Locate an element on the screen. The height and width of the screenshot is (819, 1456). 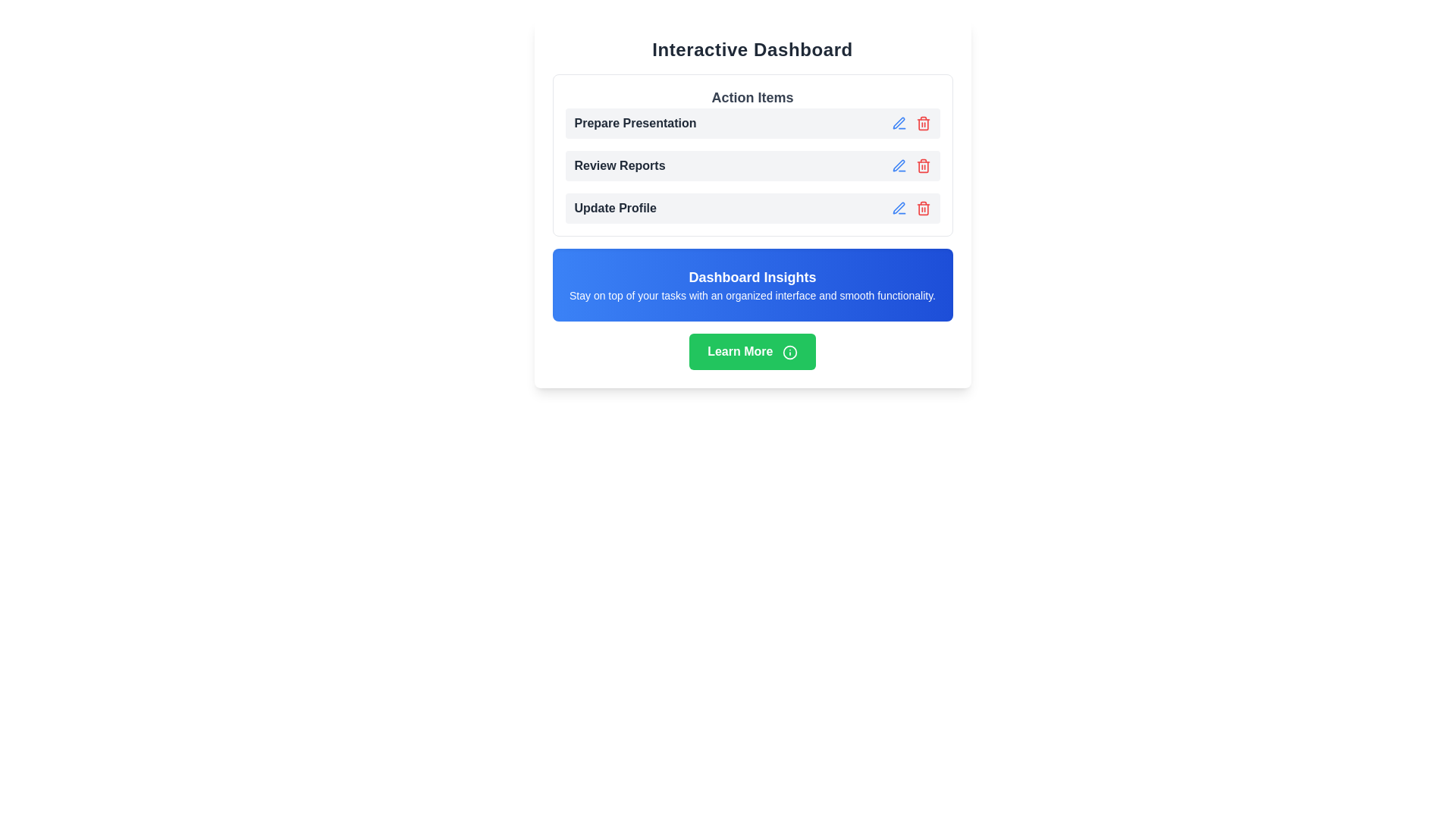
the pen-like icon button styled in blue shades, which is the first button in the 'Update Profile' action item row is located at coordinates (899, 208).